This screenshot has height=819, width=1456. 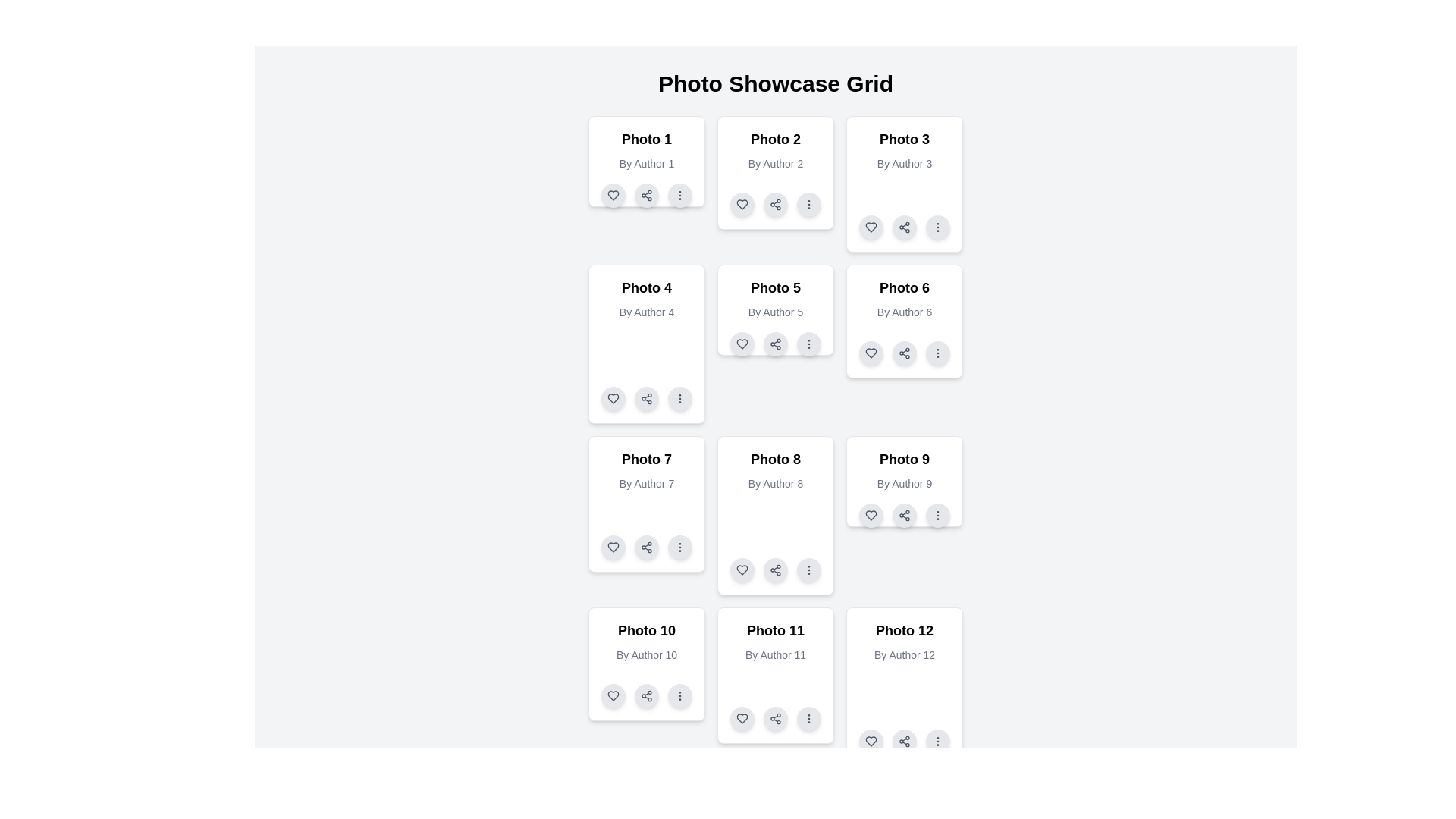 I want to click on the share button icon, which is the central icon in the row of three within the bottom section of the card for 'Photo 6' under 'By Author 6', so click(x=905, y=353).